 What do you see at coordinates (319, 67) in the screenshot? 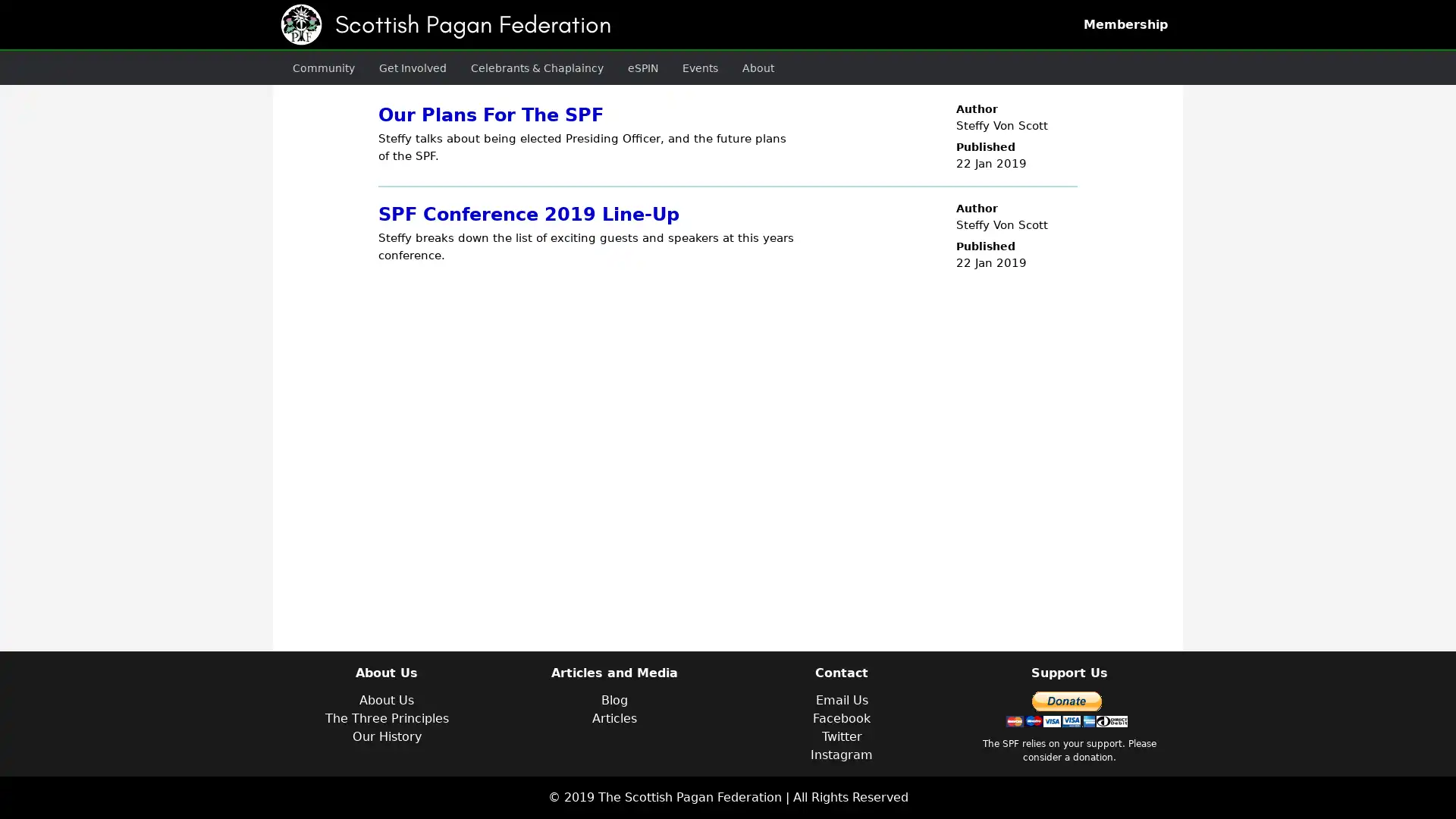
I see `Community` at bounding box center [319, 67].